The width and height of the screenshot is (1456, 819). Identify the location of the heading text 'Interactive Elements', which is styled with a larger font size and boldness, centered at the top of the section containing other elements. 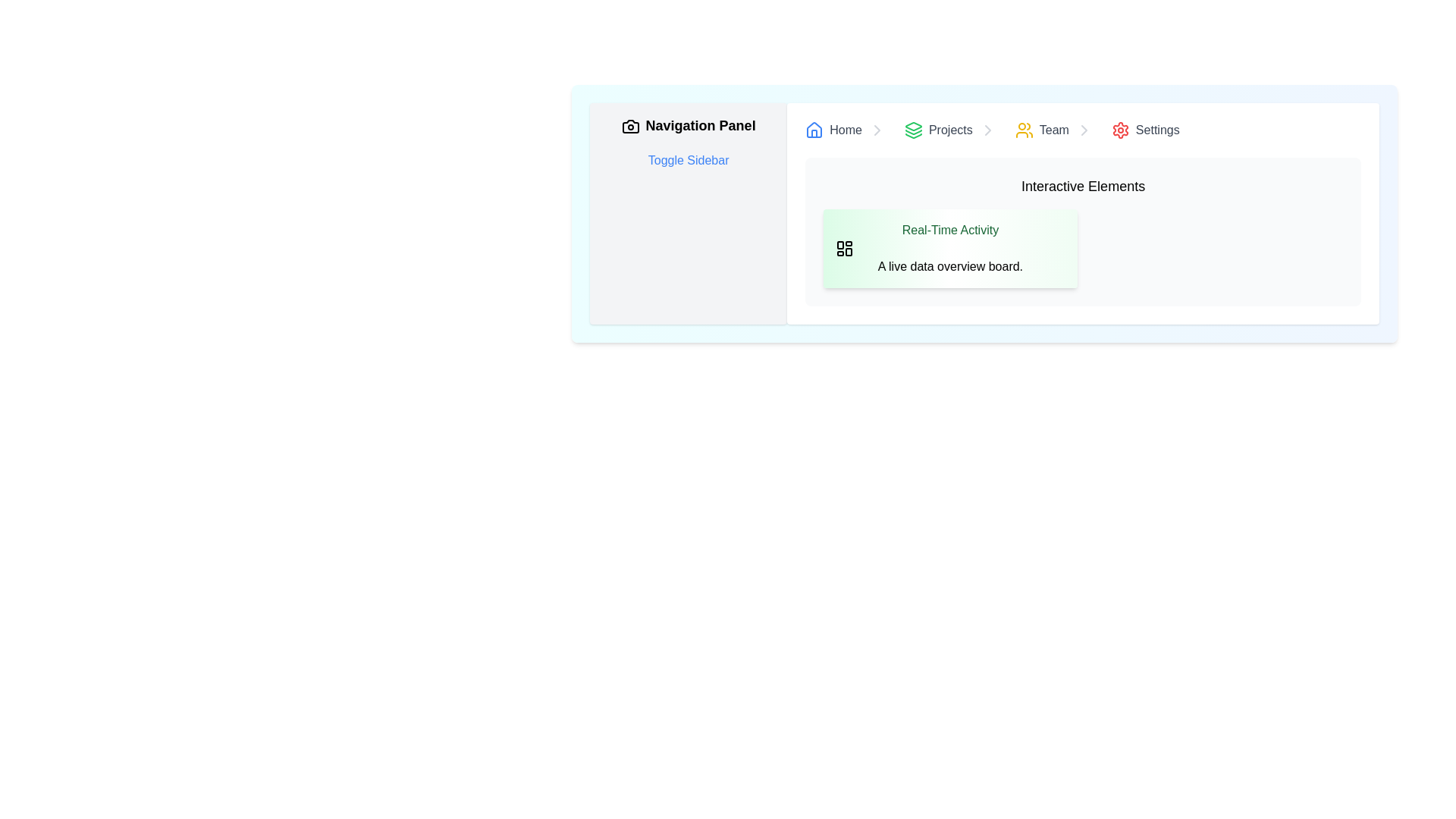
(1082, 186).